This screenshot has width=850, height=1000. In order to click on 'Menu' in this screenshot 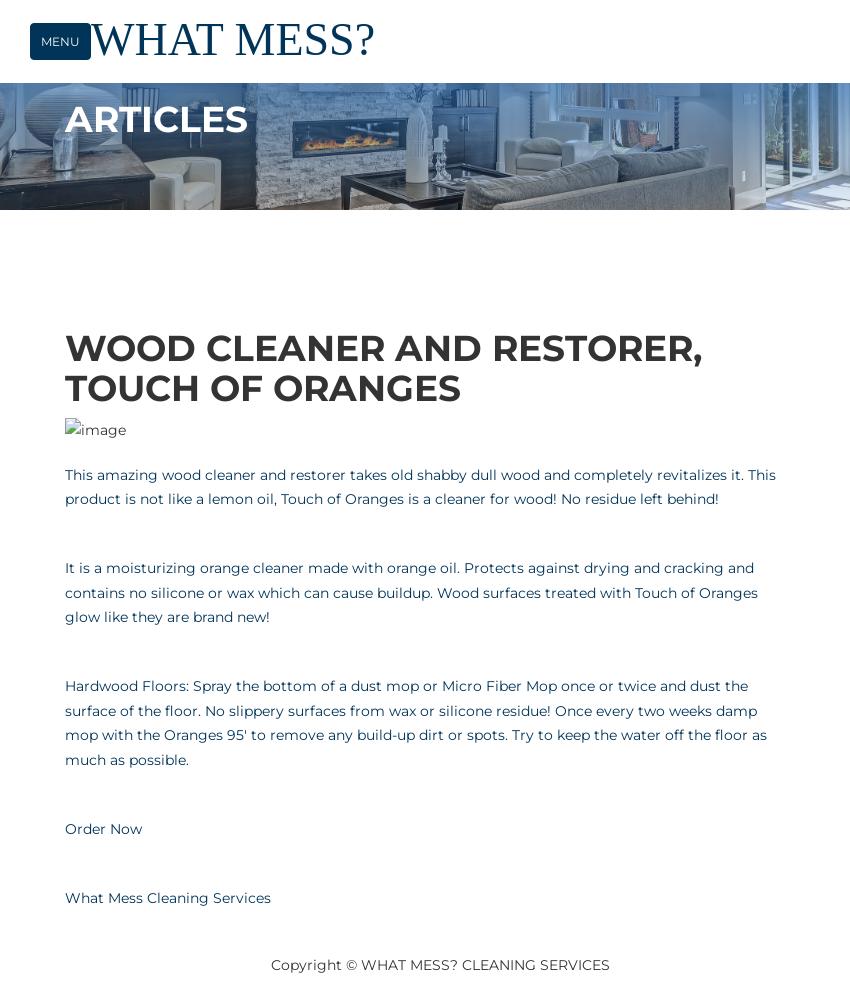, I will do `click(39, 41)`.